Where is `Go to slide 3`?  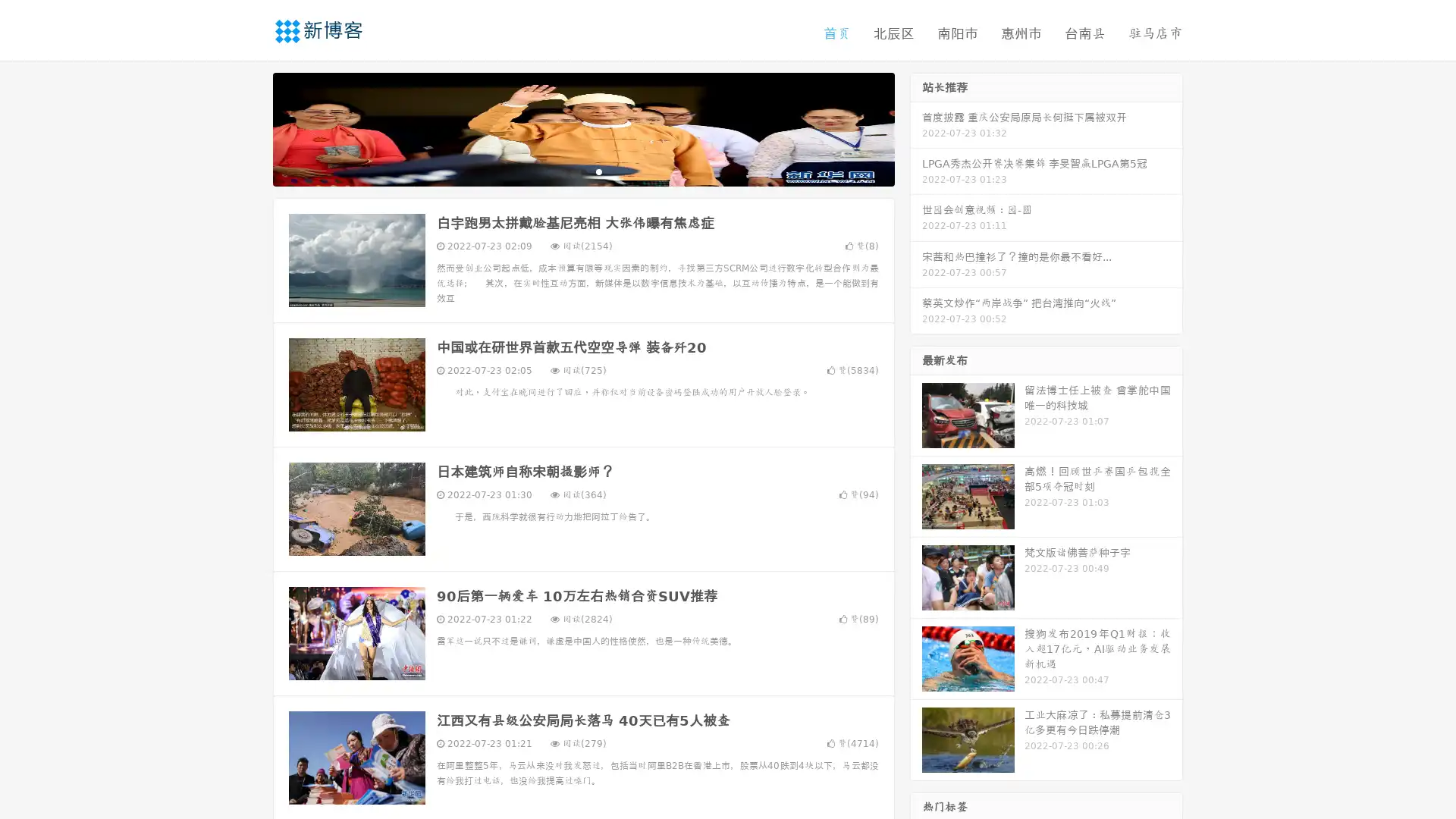 Go to slide 3 is located at coordinates (598, 171).